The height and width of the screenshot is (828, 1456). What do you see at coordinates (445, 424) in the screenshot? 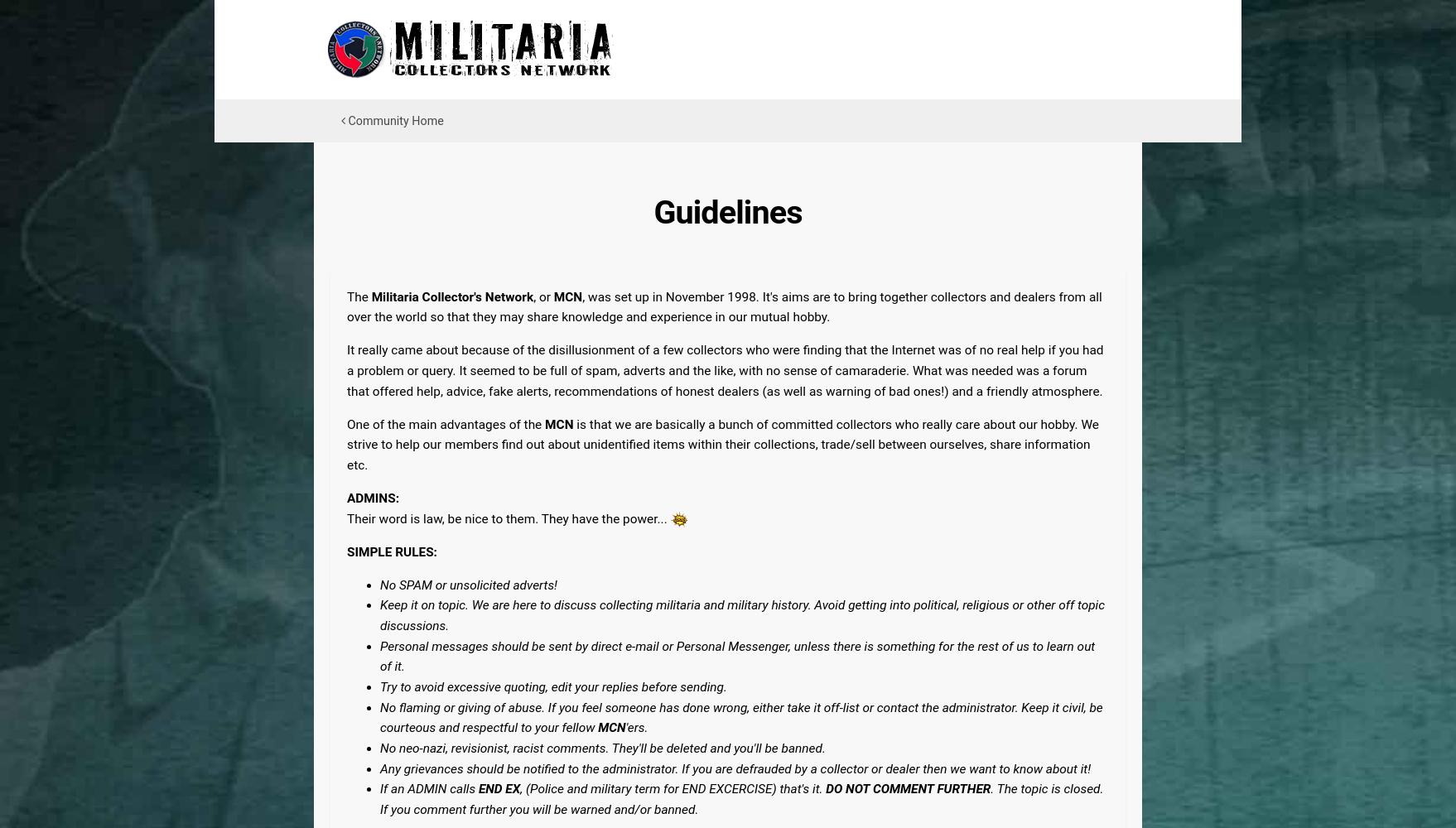
I see `'One of the main advantages of the'` at bounding box center [445, 424].